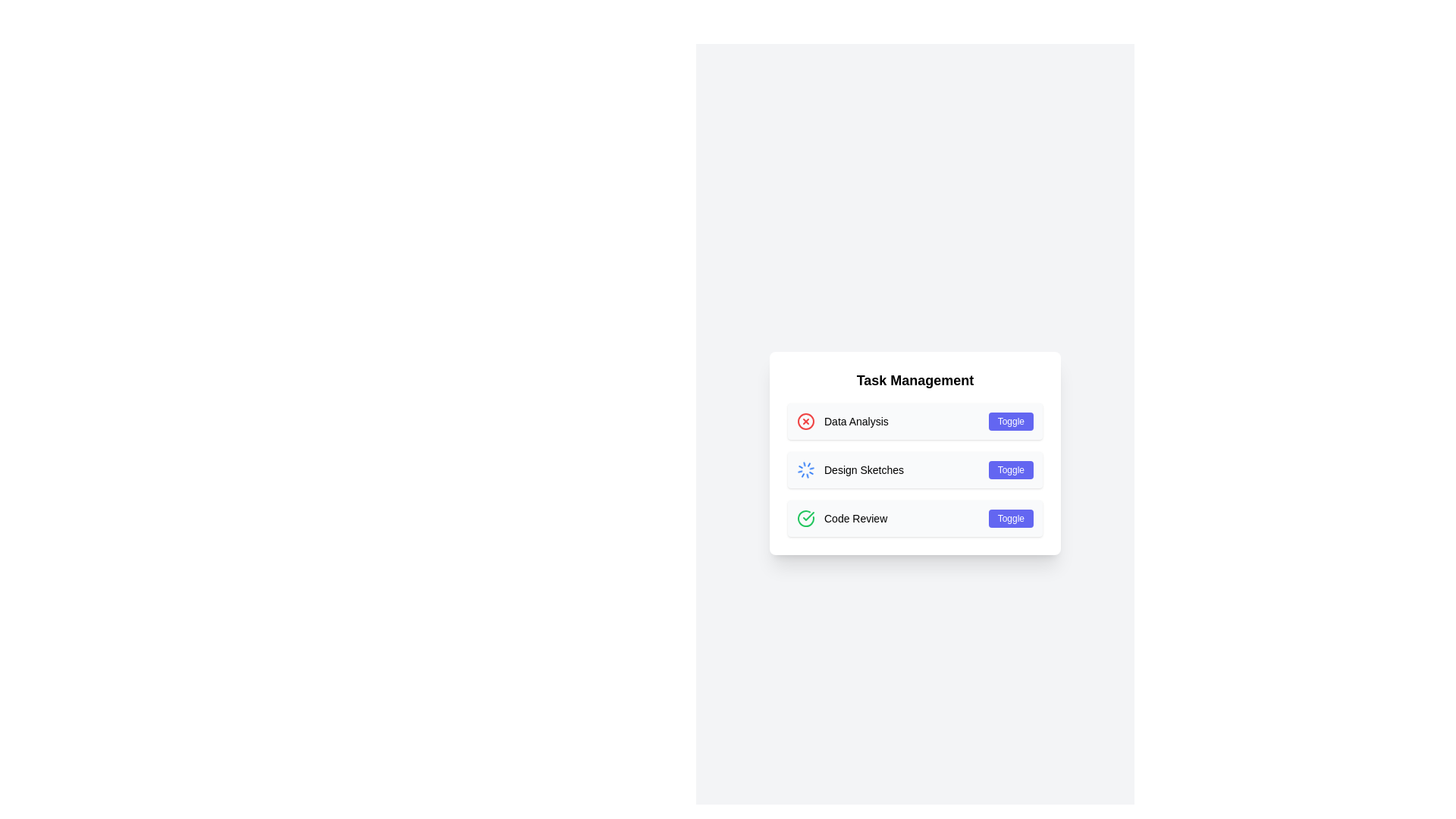 The width and height of the screenshot is (1456, 819). What do you see at coordinates (842, 421) in the screenshot?
I see `the 'Data Analysis' label which has a red circular icon with an 'X' symbol next to it, located at the top of the vertical list in the 'Task Management' card` at bounding box center [842, 421].